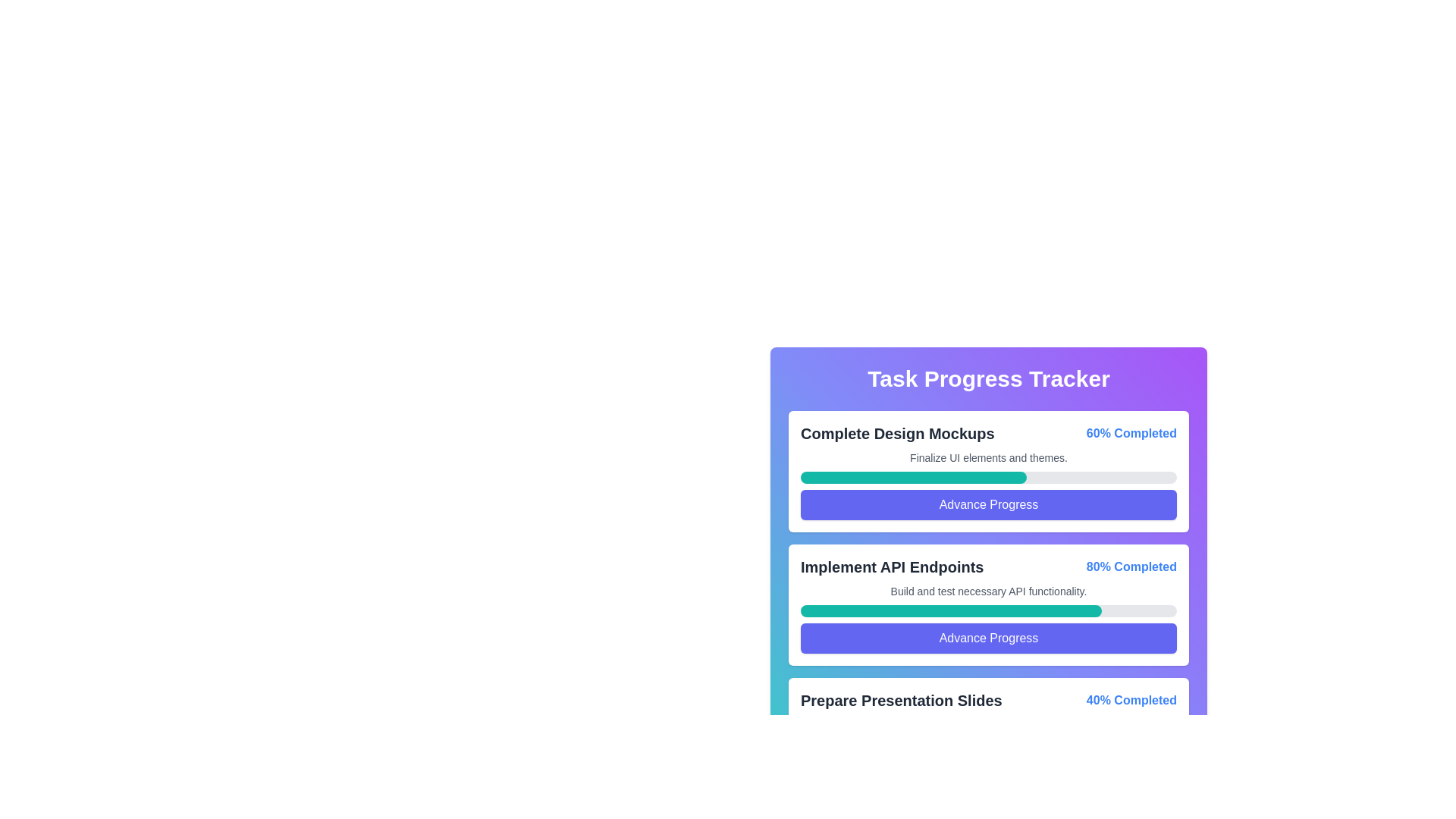 The image size is (1456, 819). I want to click on the button at the bottom of the task details card labeled 'Complete Design Mockups', so click(989, 505).